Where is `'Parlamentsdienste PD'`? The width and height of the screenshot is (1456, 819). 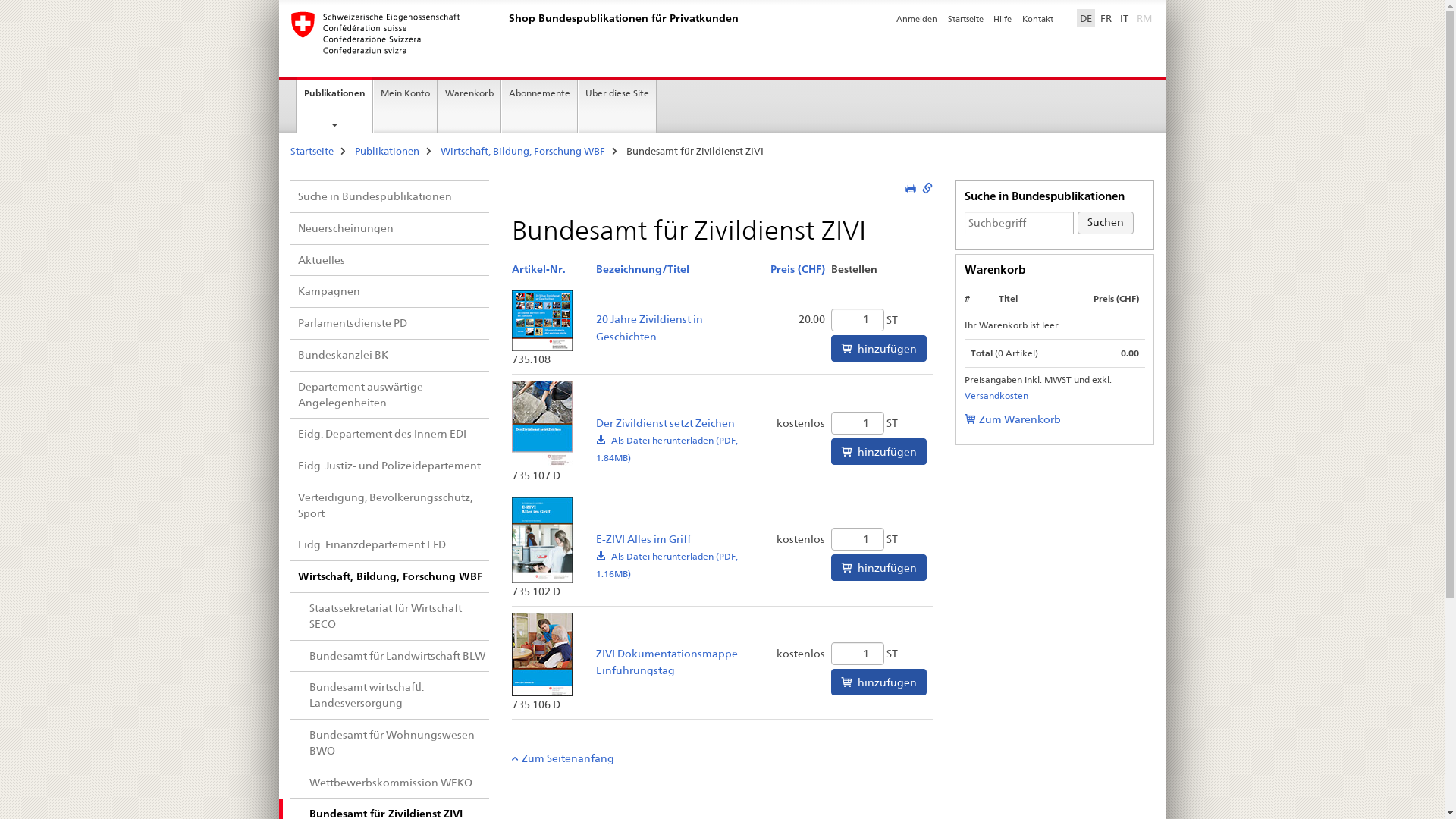
'Parlamentsdienste PD' is located at coordinates (389, 322).